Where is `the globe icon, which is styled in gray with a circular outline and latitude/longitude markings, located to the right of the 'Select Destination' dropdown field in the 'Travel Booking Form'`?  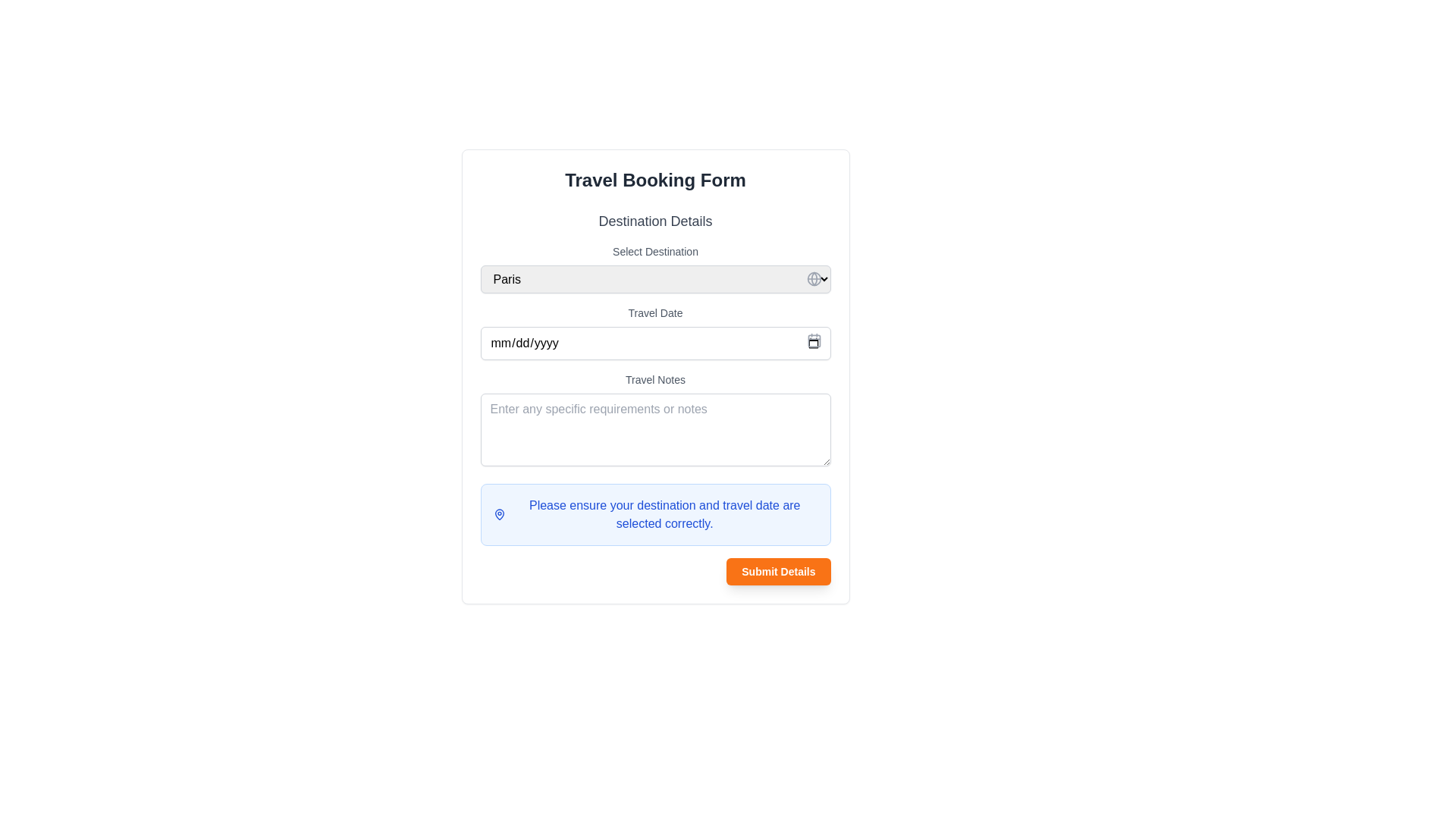
the globe icon, which is styled in gray with a circular outline and latitude/longitude markings, located to the right of the 'Select Destination' dropdown field in the 'Travel Booking Form' is located at coordinates (813, 278).